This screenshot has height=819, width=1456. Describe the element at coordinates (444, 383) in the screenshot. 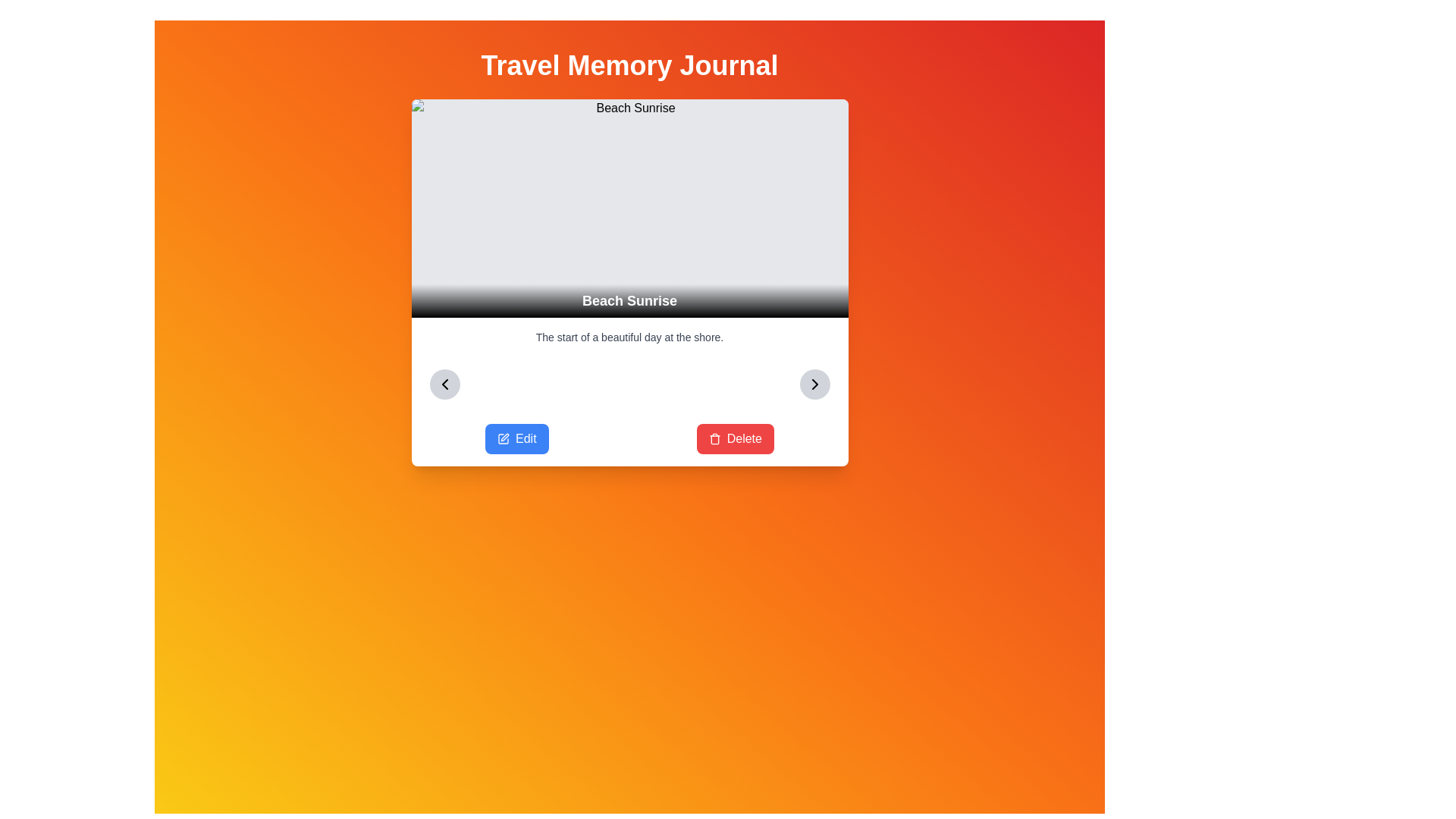

I see `the circular button with a gray background and a black left-pointing chevron icon` at that location.